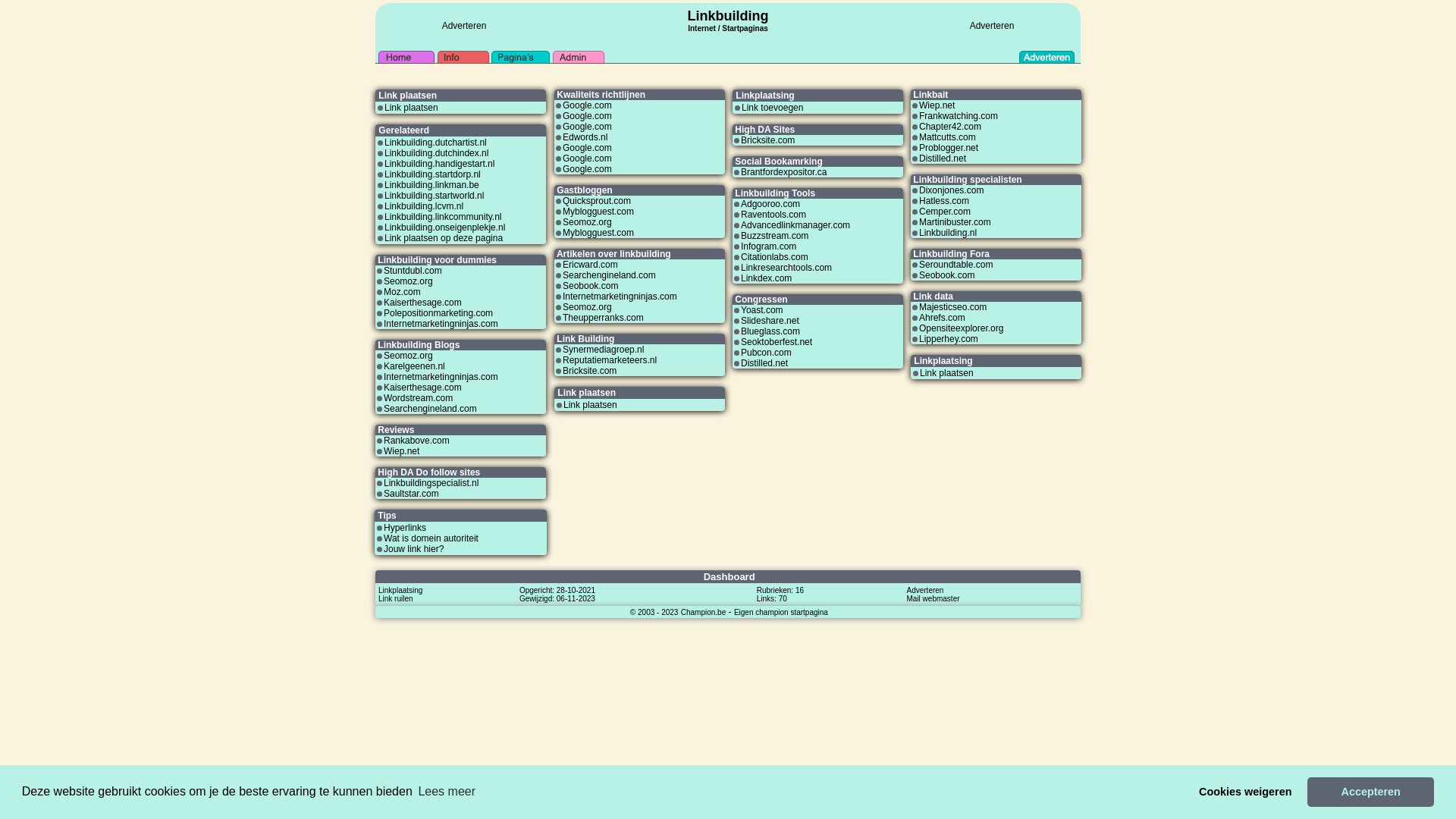  Describe the element at coordinates (383, 494) in the screenshot. I see `'Saultstar.com'` at that location.